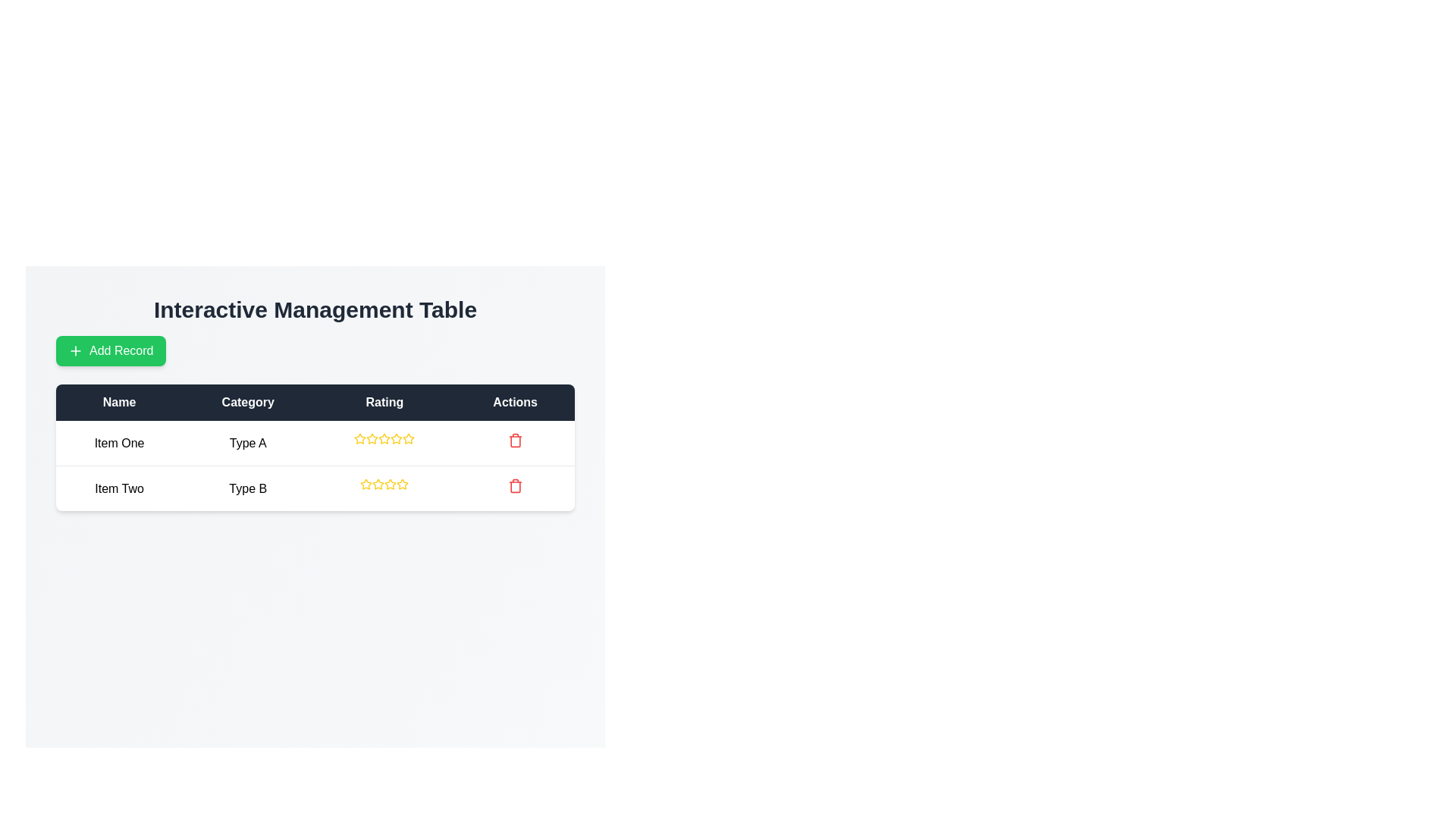 The width and height of the screenshot is (1456, 819). What do you see at coordinates (378, 484) in the screenshot?
I see `the second star in the rating system for 'Item Two', which represents its rating level` at bounding box center [378, 484].